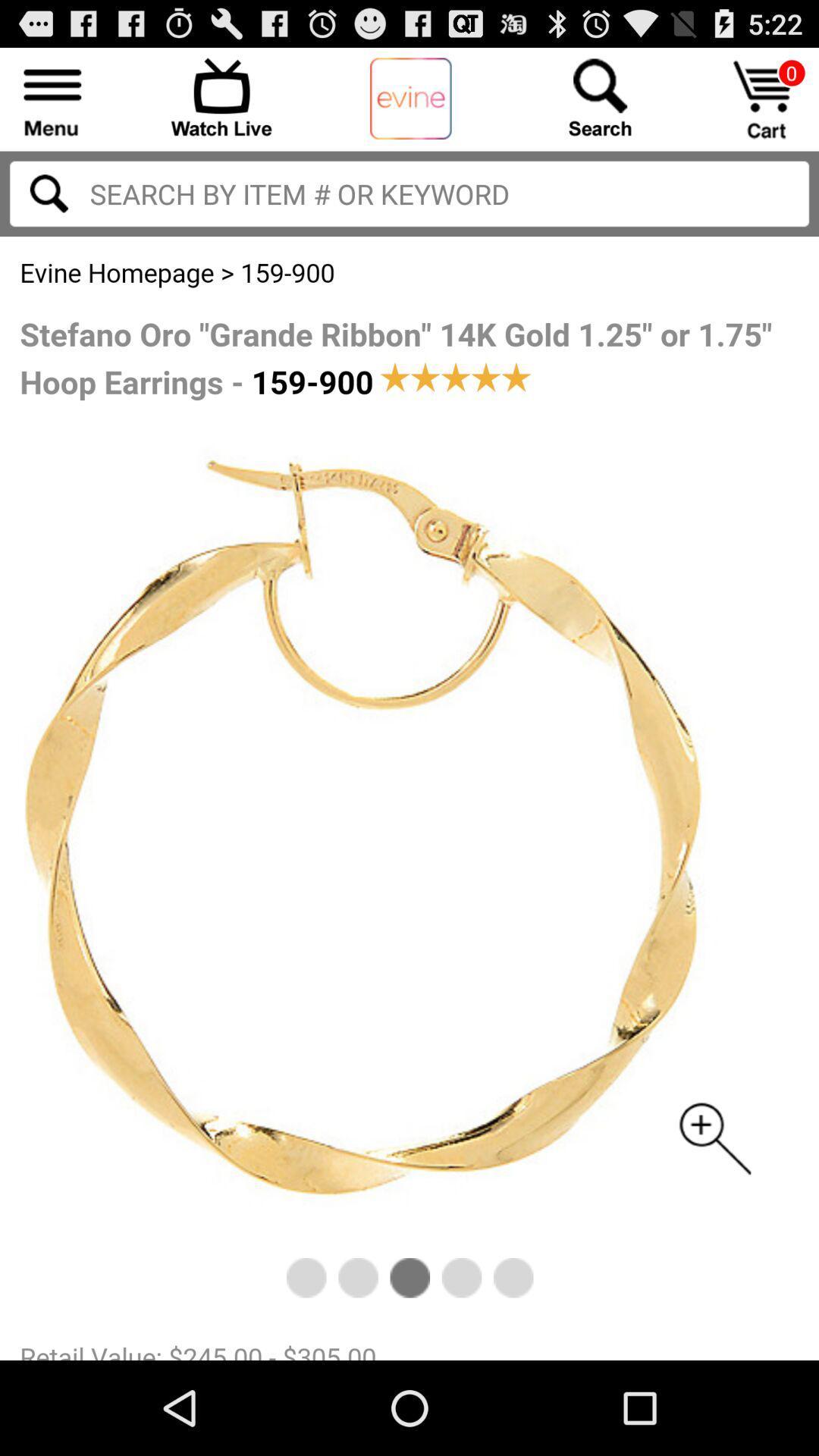  Describe the element at coordinates (766, 105) in the screenshot. I see `the cart icon` at that location.